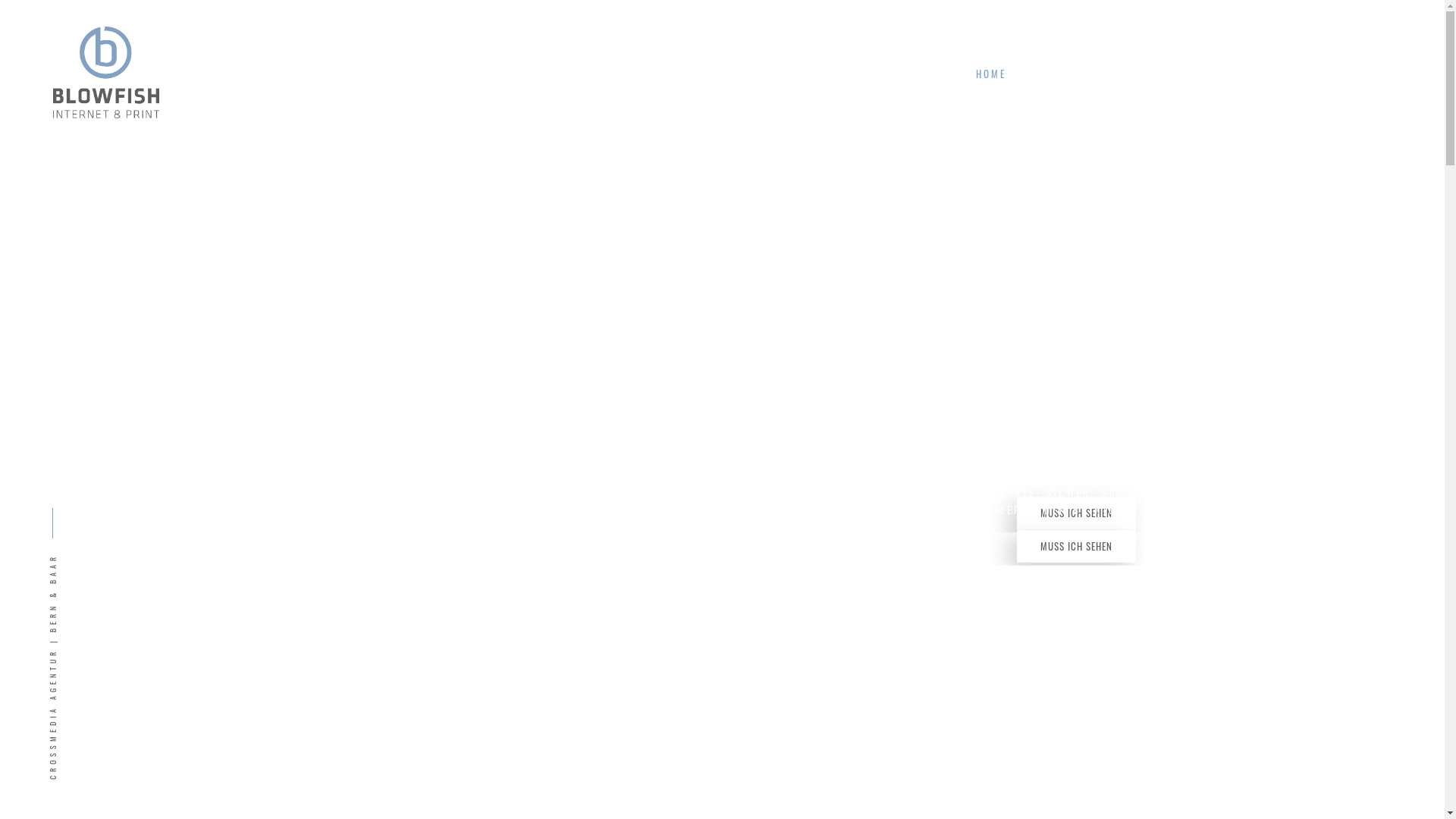  What do you see at coordinates (1130, 74) in the screenshot?
I see `'PROJEKTE'` at bounding box center [1130, 74].